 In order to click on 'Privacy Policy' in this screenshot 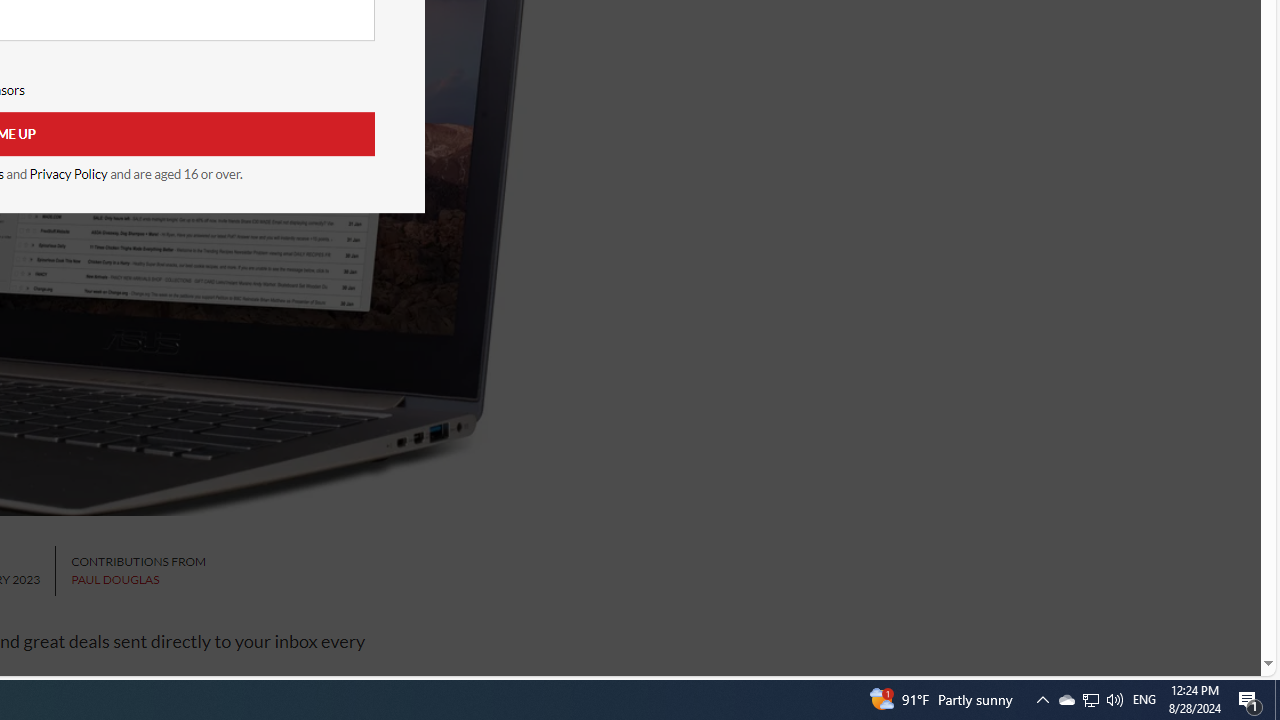, I will do `click(68, 173)`.